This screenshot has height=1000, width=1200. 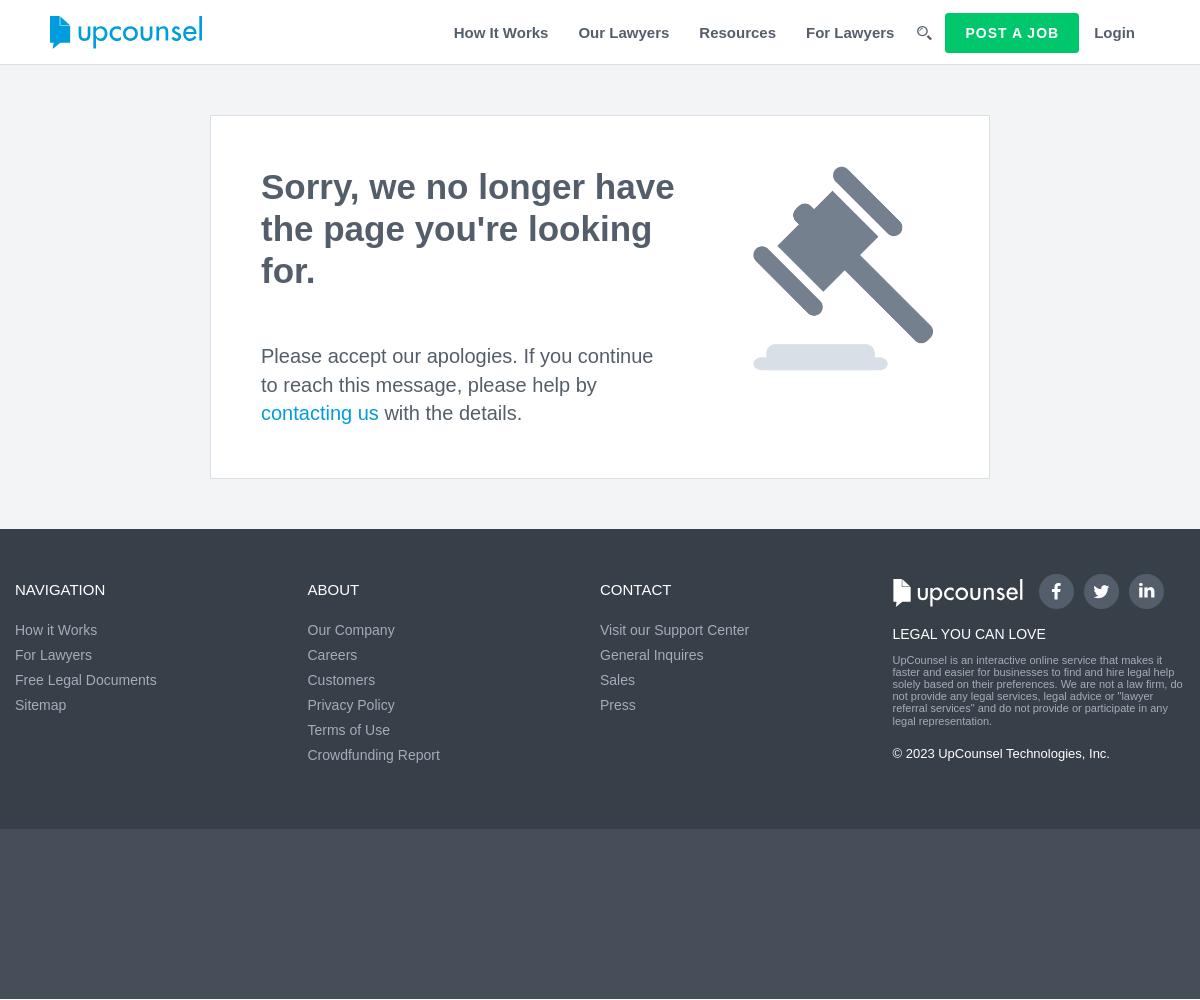 I want to click on 'with the details.', so click(x=450, y=413).